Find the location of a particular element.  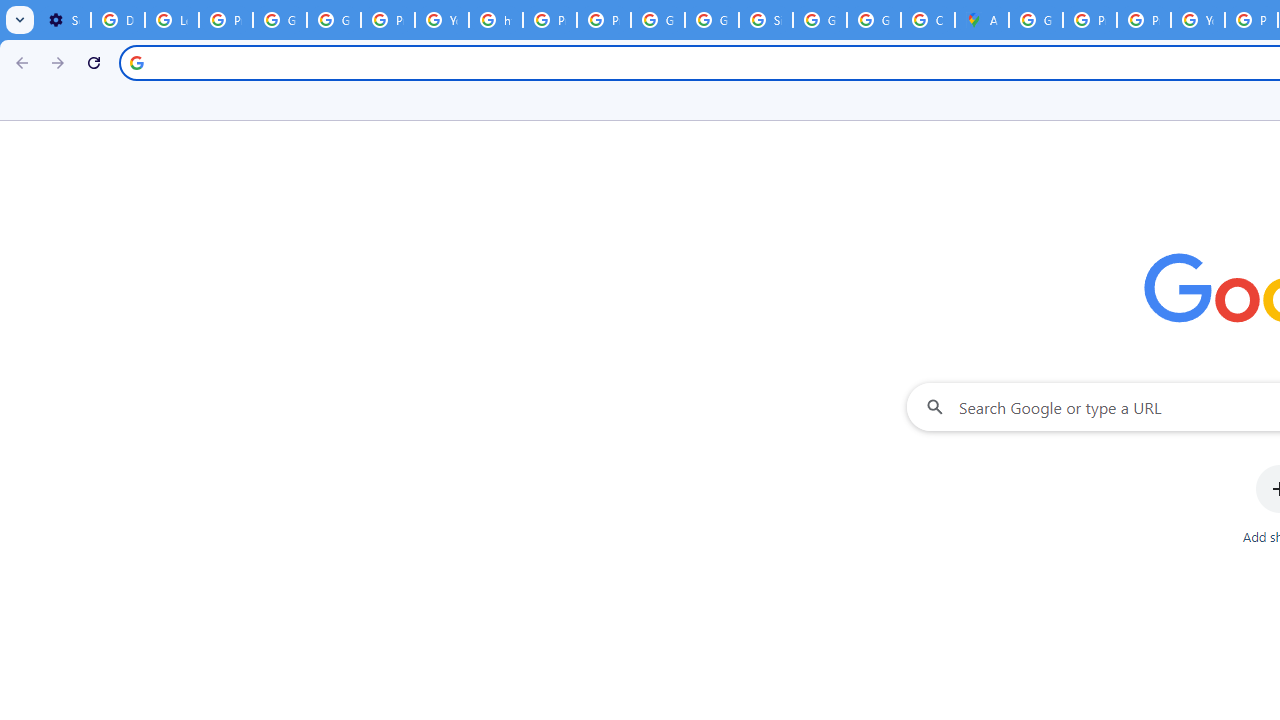

'Privacy Help Center - Policies Help' is located at coordinates (1088, 20).